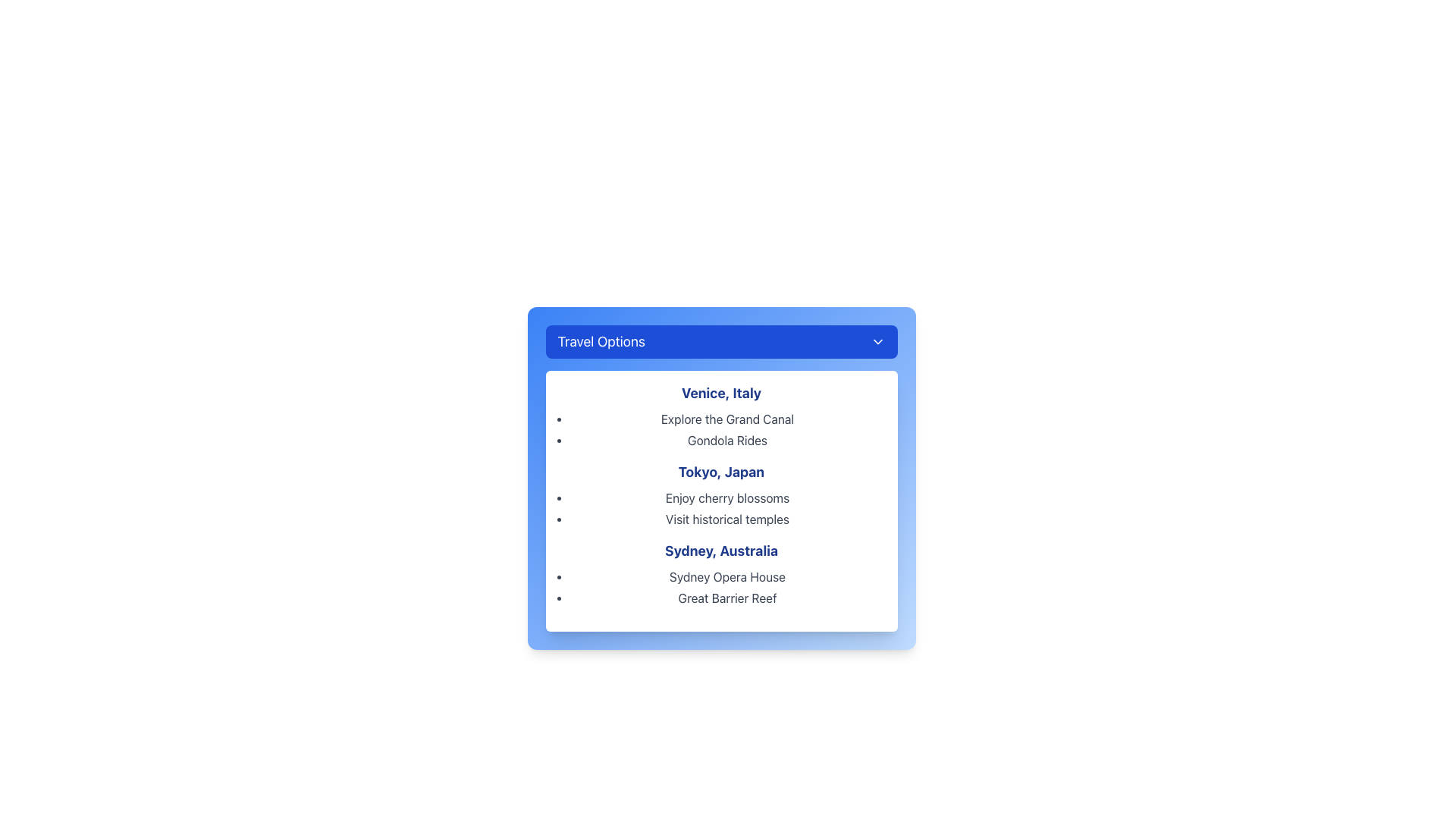 Image resolution: width=1456 pixels, height=819 pixels. Describe the element at coordinates (720, 472) in the screenshot. I see `the text label header titled 'Tokyo, Japan' which is positioned centrally in a card layout, below 'Venice, Italy' and above descriptive points such as 'Enjoy cherry blossoms'` at that location.